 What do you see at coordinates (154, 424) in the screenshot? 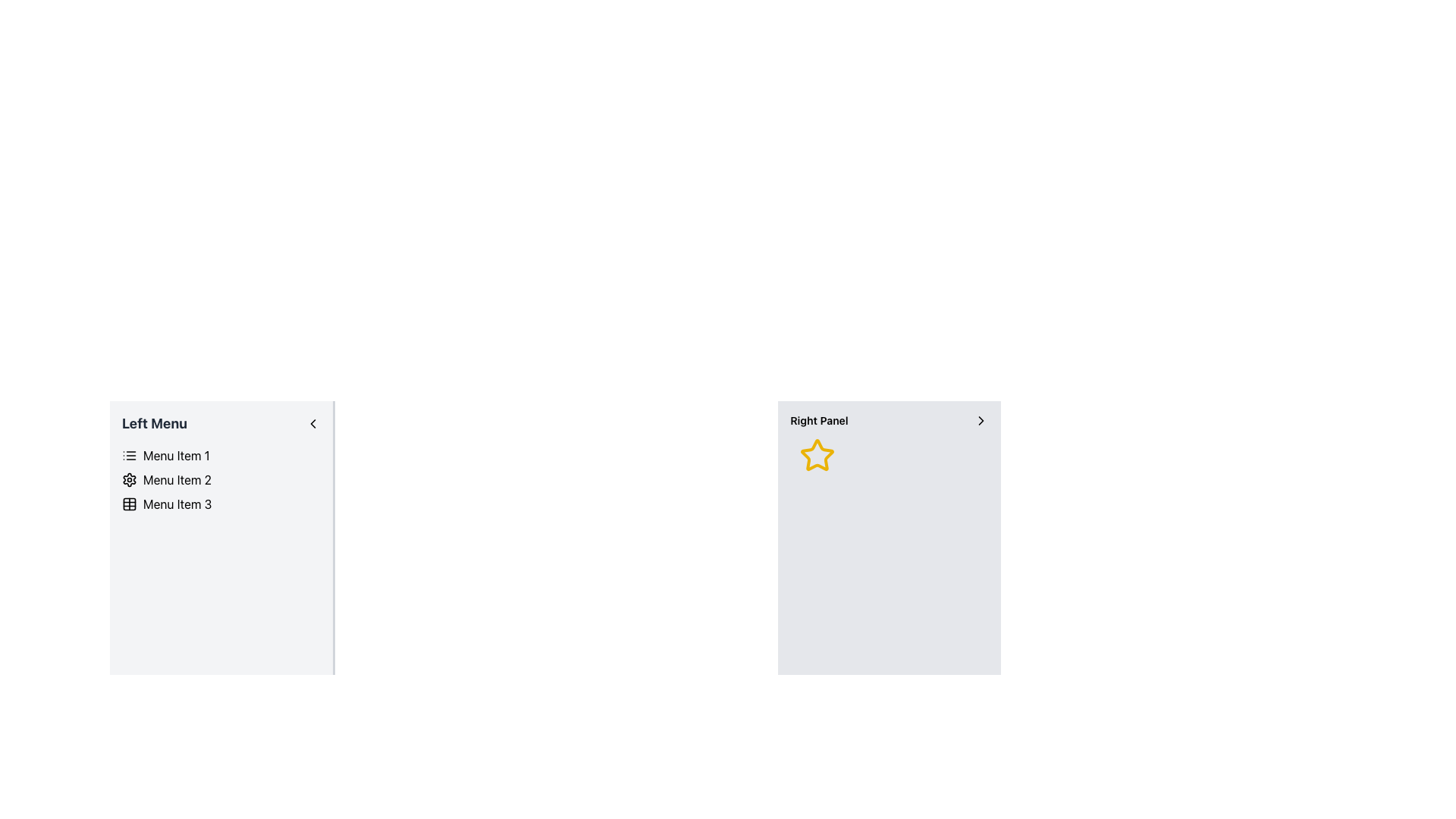
I see `the bold textual label 'Left Menu' which is positioned in the upper left area of the menu panel` at bounding box center [154, 424].